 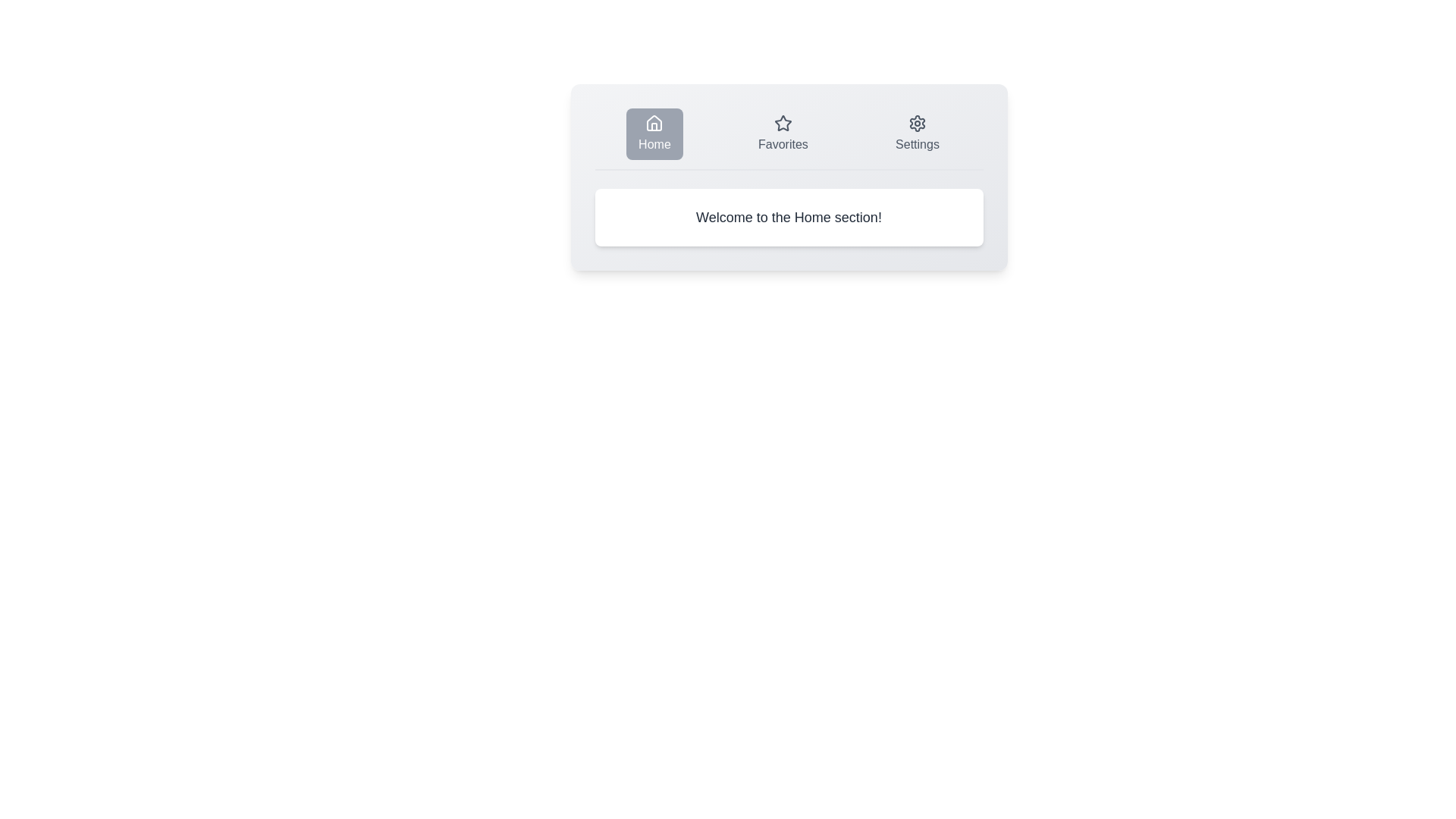 I want to click on the Favorites tab, so click(x=783, y=133).